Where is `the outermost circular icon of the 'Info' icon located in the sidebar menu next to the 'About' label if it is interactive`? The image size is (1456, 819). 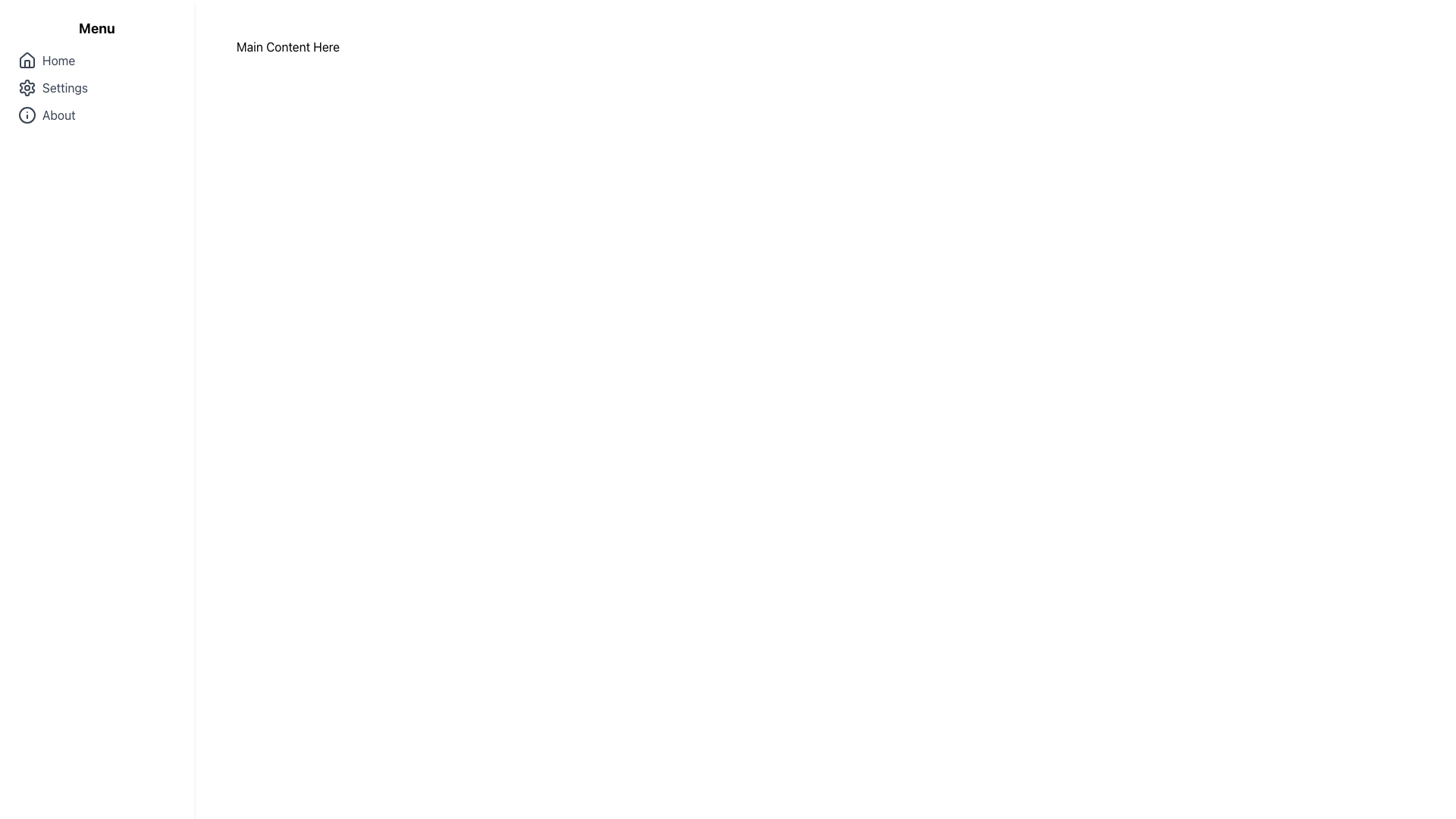
the outermost circular icon of the 'Info' icon located in the sidebar menu next to the 'About' label if it is interactive is located at coordinates (27, 114).